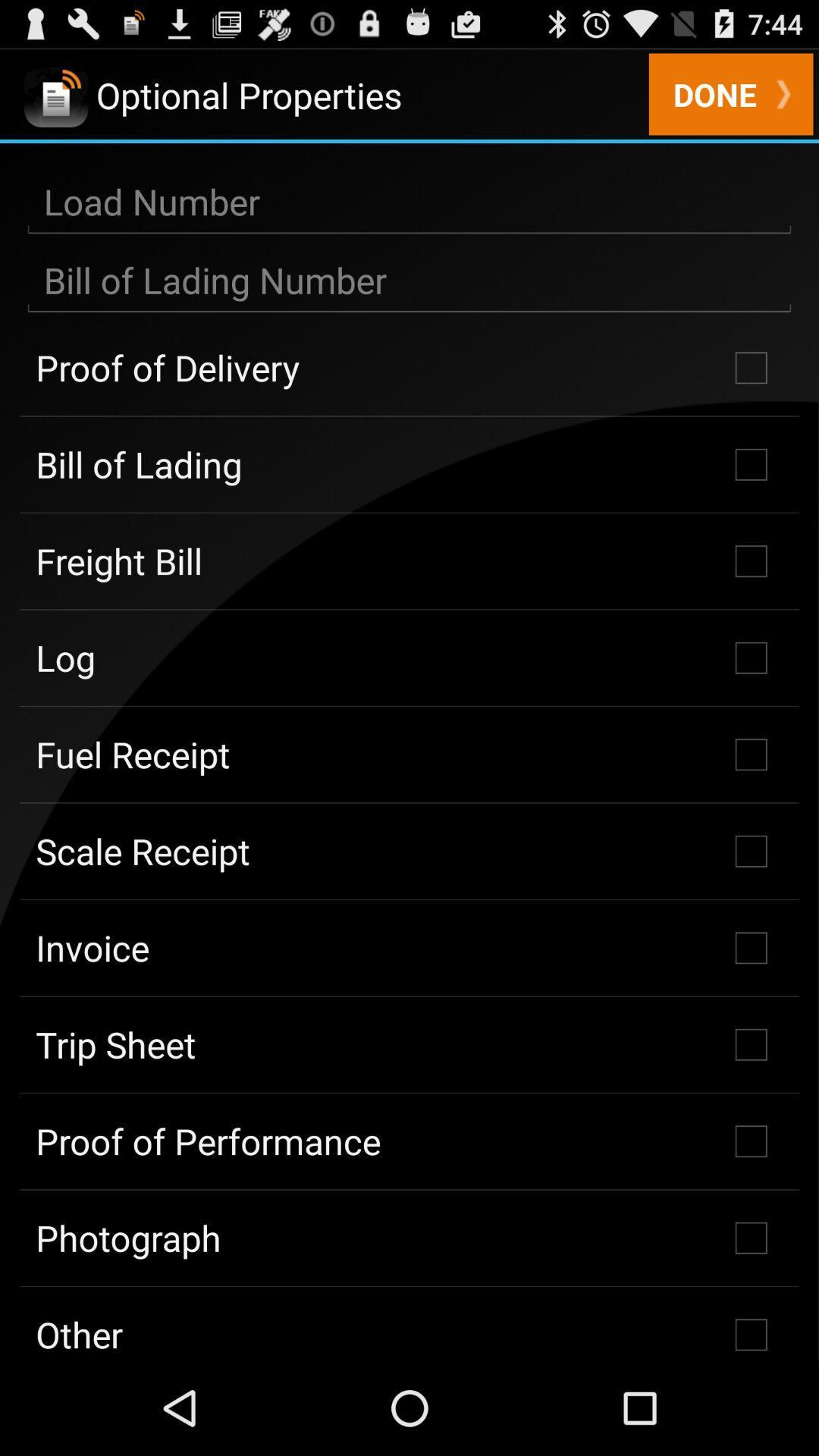 The width and height of the screenshot is (819, 1456). What do you see at coordinates (409, 1238) in the screenshot?
I see `checkbox above the other` at bounding box center [409, 1238].